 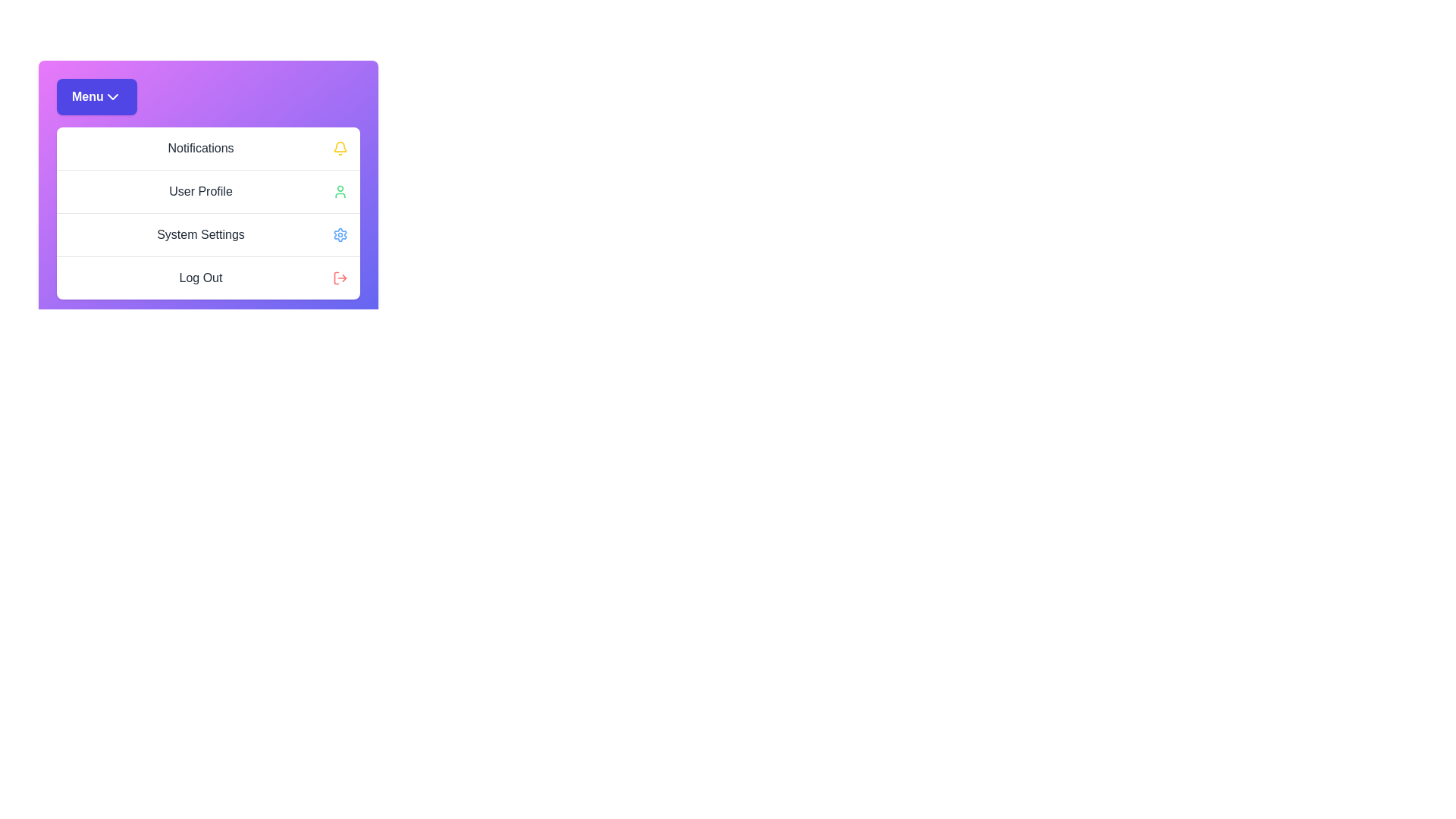 I want to click on the icon corresponding to Notifications in the menu, so click(x=340, y=149).